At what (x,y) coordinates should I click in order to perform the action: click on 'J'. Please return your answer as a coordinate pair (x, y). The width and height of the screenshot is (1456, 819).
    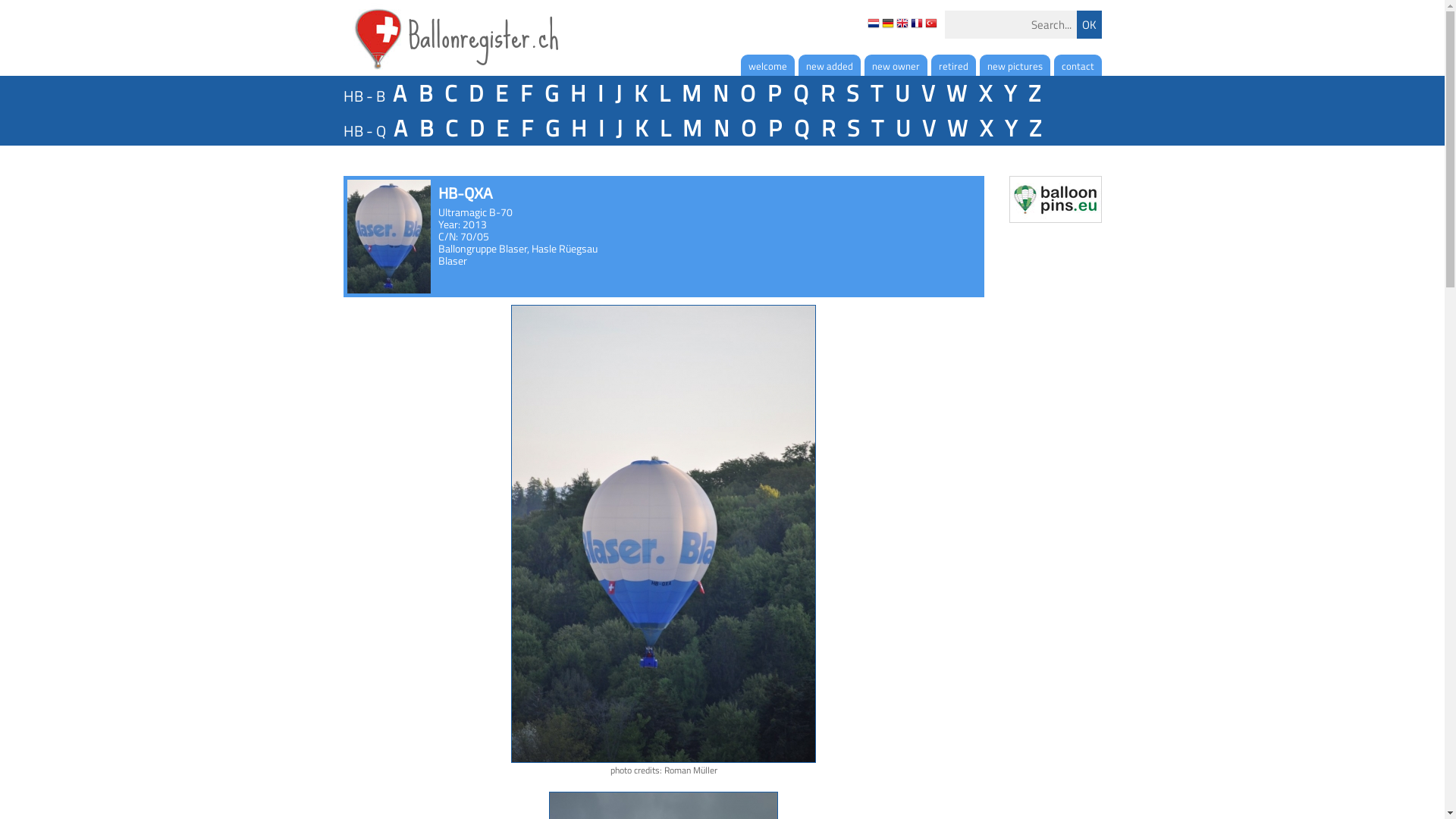
    Looking at the image, I should click on (617, 93).